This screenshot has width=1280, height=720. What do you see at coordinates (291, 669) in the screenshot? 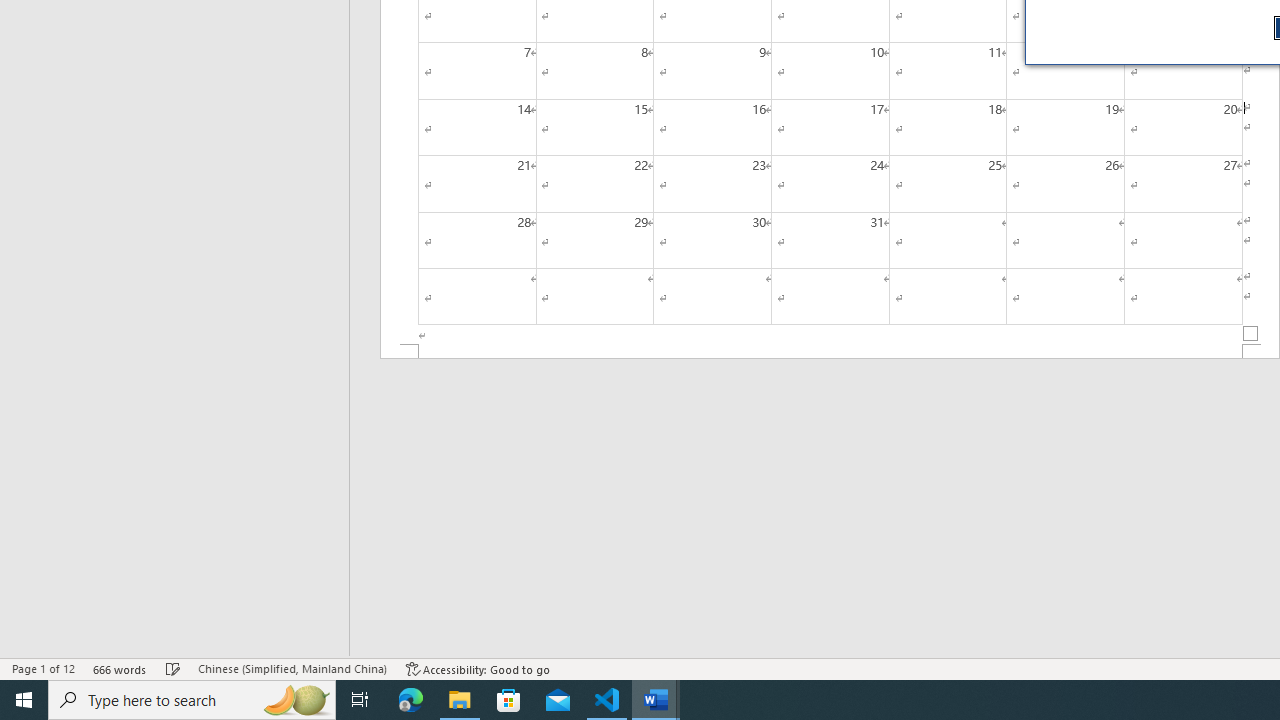
I see `'Language Chinese (Simplified, Mainland China)'` at bounding box center [291, 669].